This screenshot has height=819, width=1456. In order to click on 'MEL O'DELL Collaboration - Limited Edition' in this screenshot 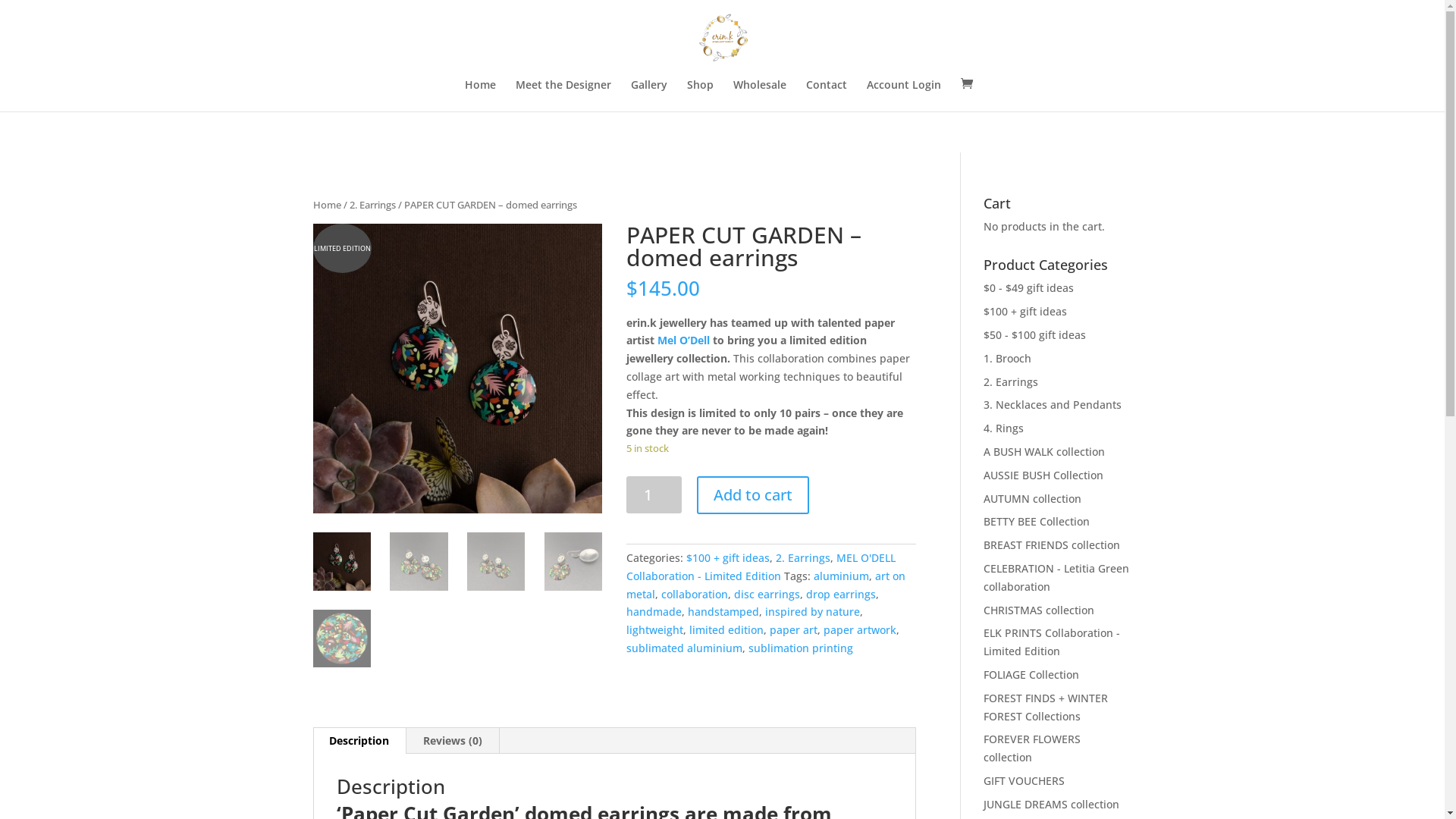, I will do `click(761, 566)`.